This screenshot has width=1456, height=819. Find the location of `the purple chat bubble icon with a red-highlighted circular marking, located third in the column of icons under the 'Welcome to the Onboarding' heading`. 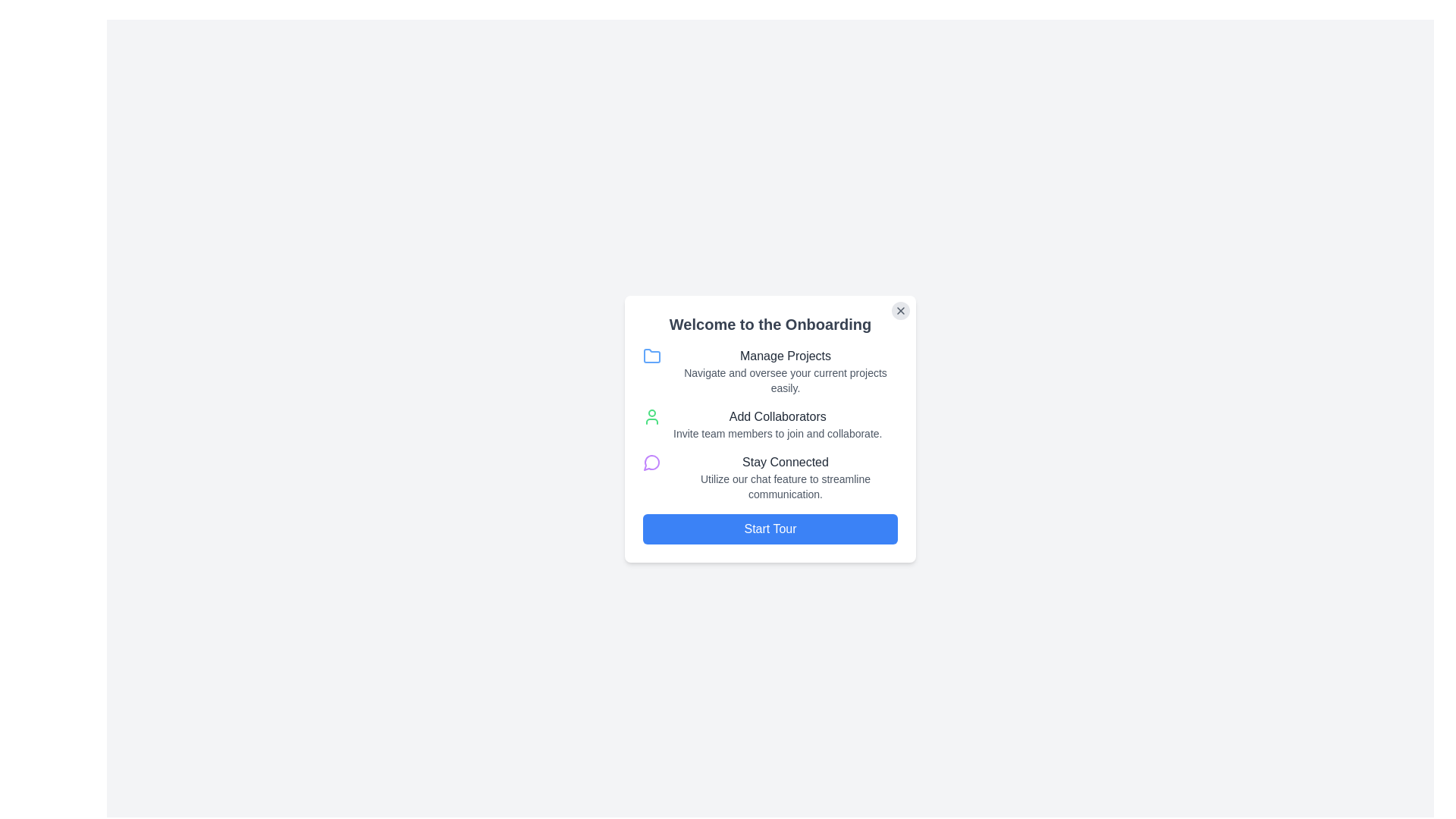

the purple chat bubble icon with a red-highlighted circular marking, located third in the column of icons under the 'Welcome to the Onboarding' heading is located at coordinates (651, 462).